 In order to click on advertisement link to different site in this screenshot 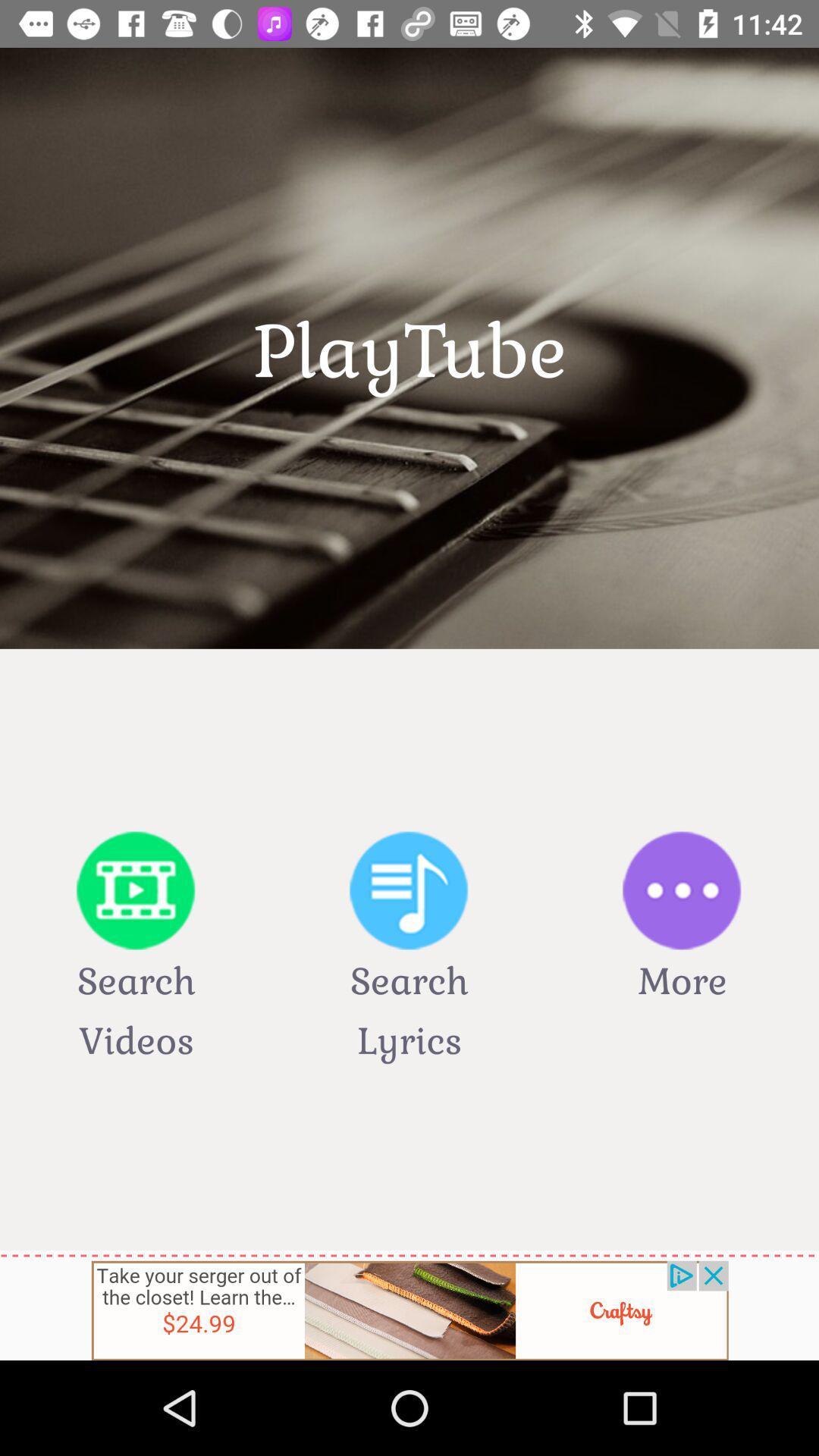, I will do `click(409, 1310)`.